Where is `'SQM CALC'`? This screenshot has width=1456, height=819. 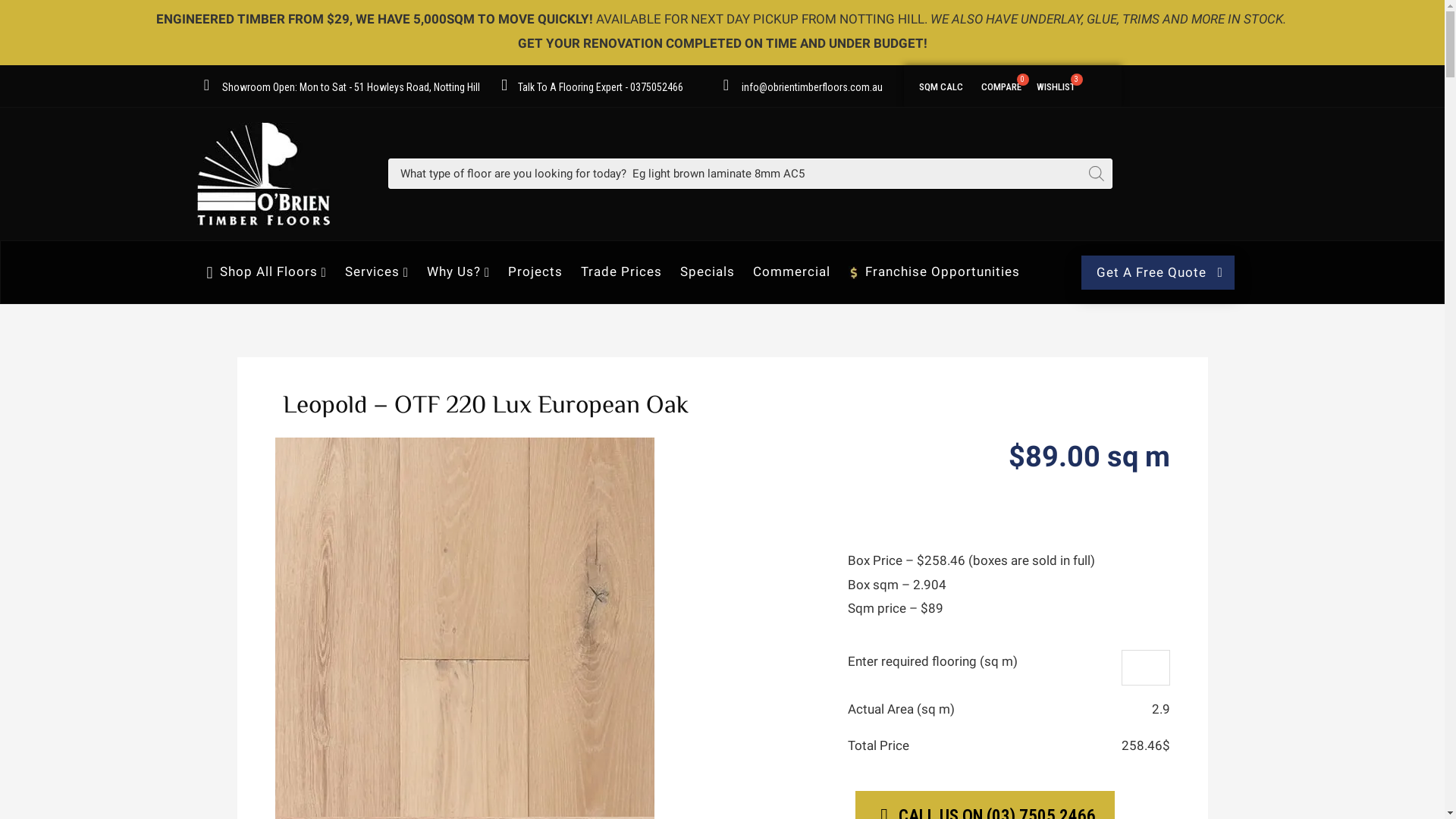 'SQM CALC' is located at coordinates (939, 84).